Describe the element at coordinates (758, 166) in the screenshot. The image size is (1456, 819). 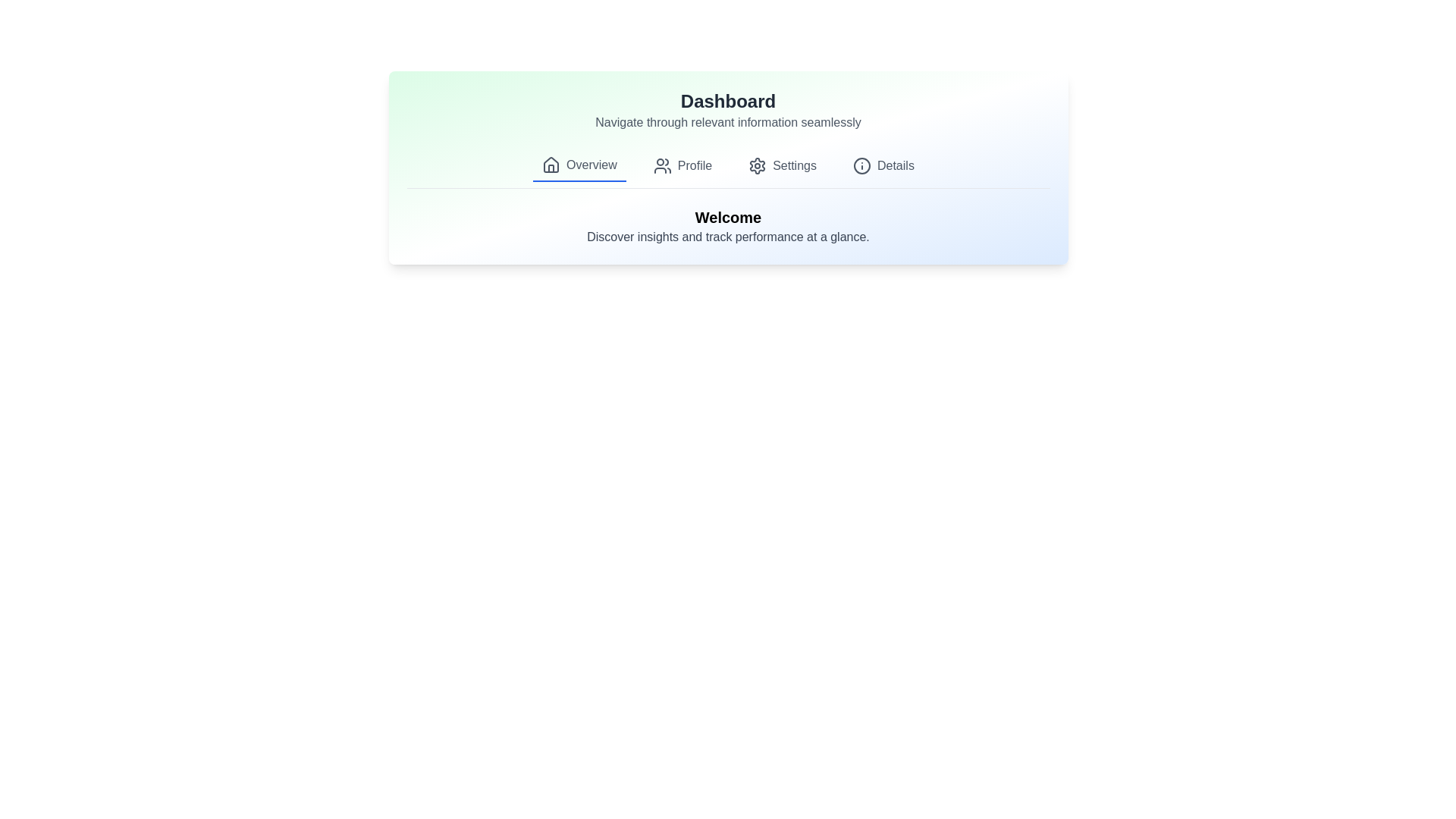
I see `the gear-shaped icon located to the left of the 'Settings' text in the navigation bar` at that location.